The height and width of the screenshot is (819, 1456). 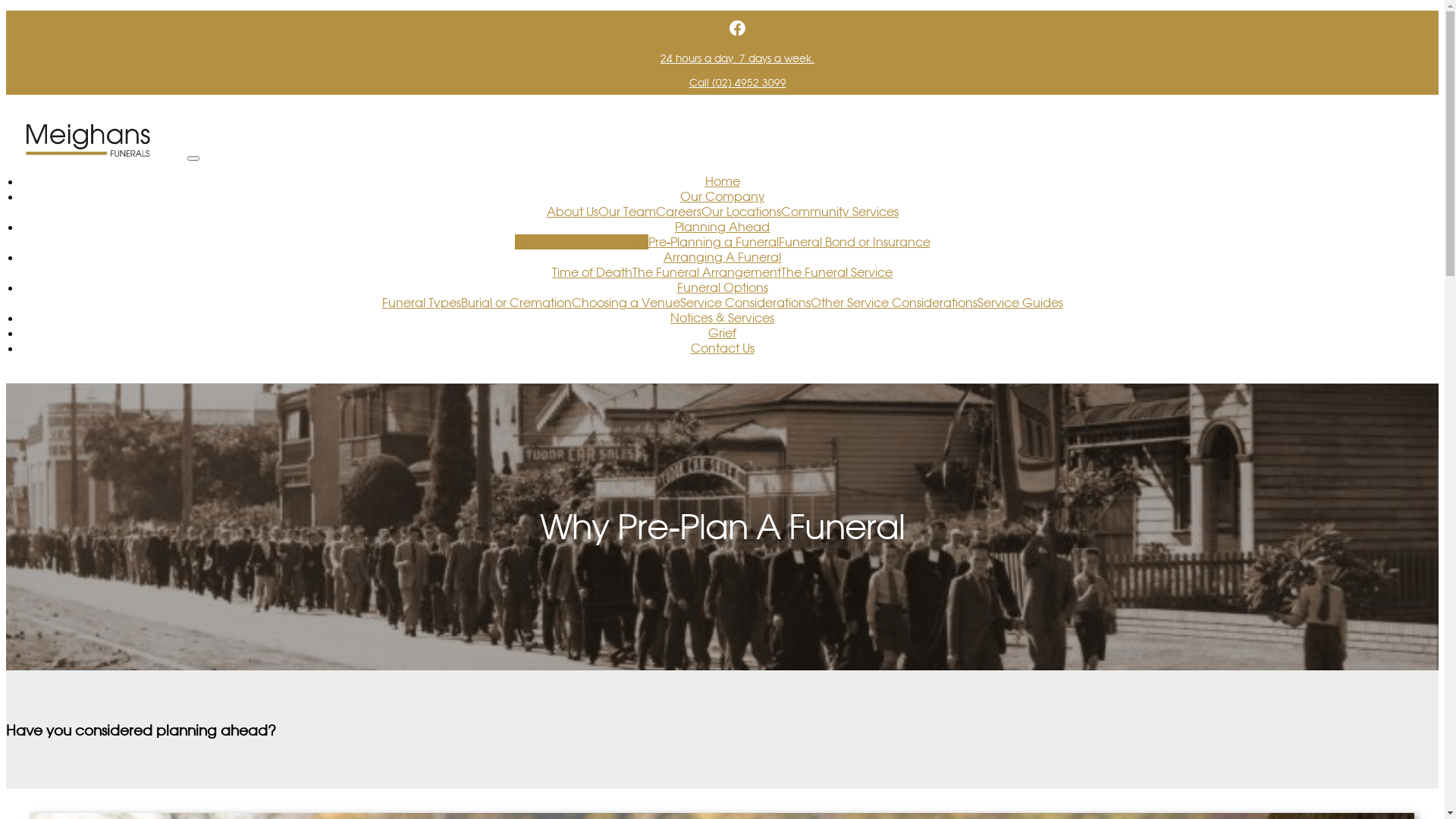 What do you see at coordinates (1019, 302) in the screenshot?
I see `'Service Guides'` at bounding box center [1019, 302].